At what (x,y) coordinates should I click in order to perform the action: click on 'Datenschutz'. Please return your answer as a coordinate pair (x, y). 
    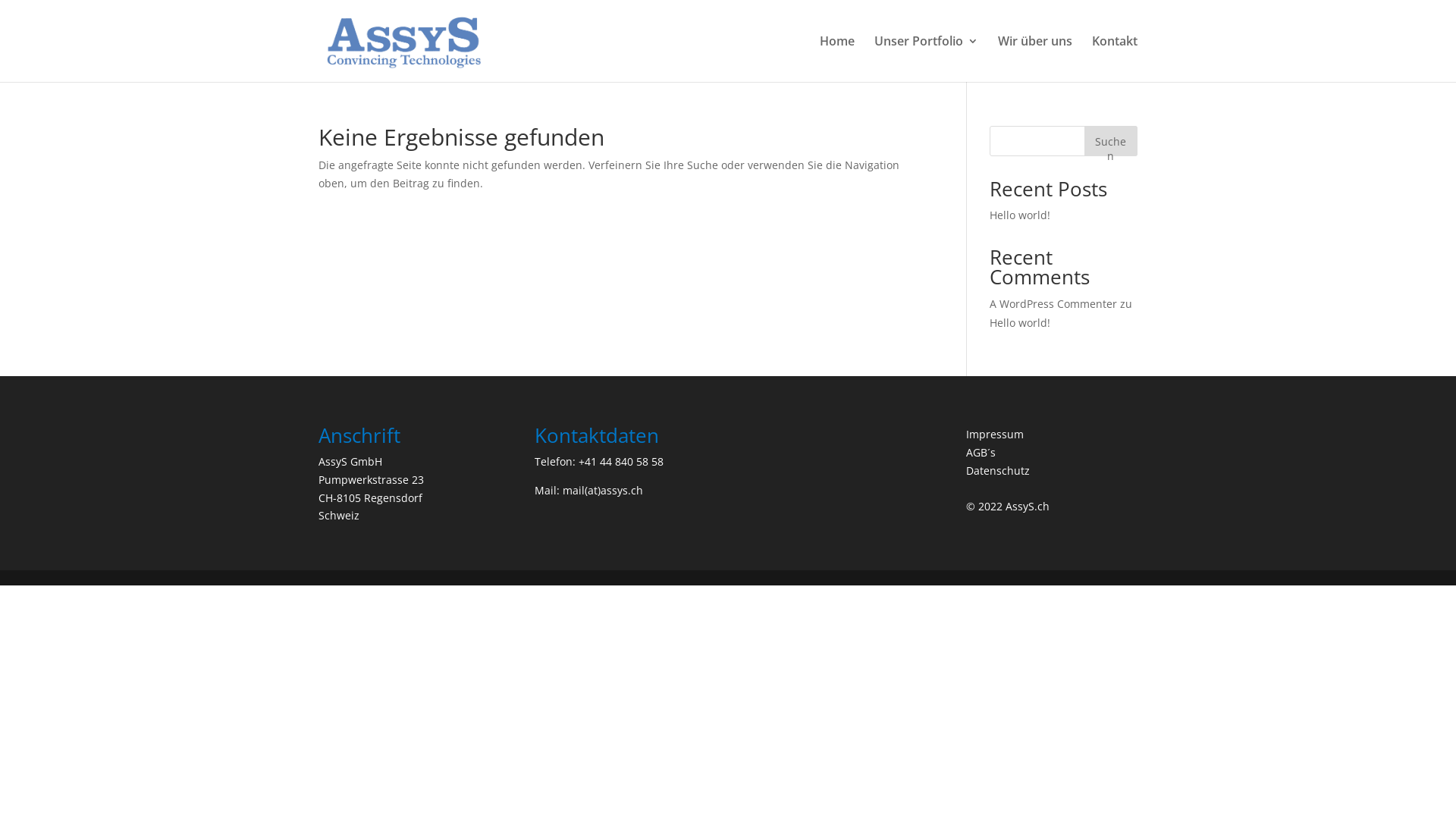
    Looking at the image, I should click on (997, 469).